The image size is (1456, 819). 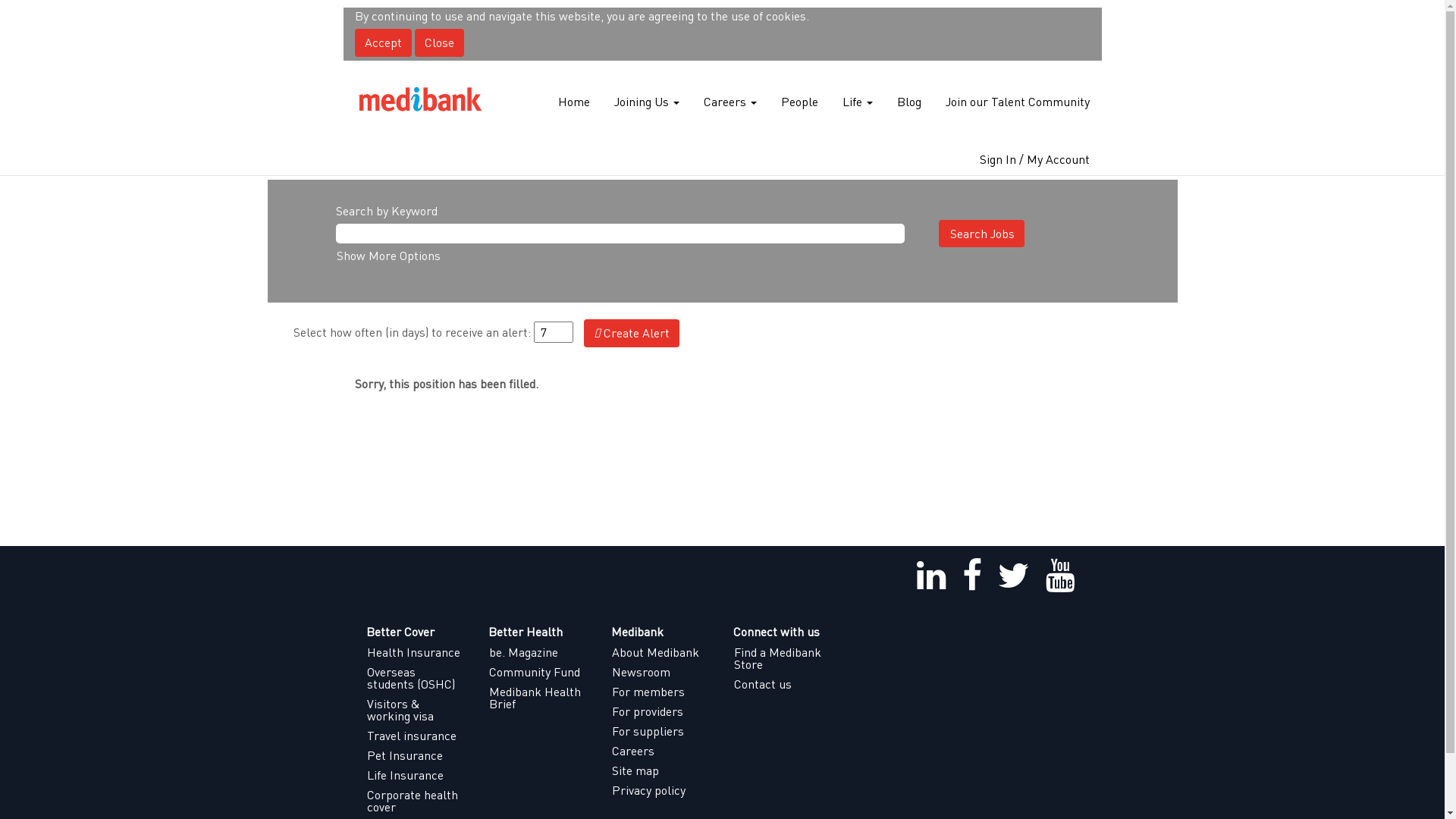 I want to click on 'Overseas students (OSHC)', so click(x=415, y=677).